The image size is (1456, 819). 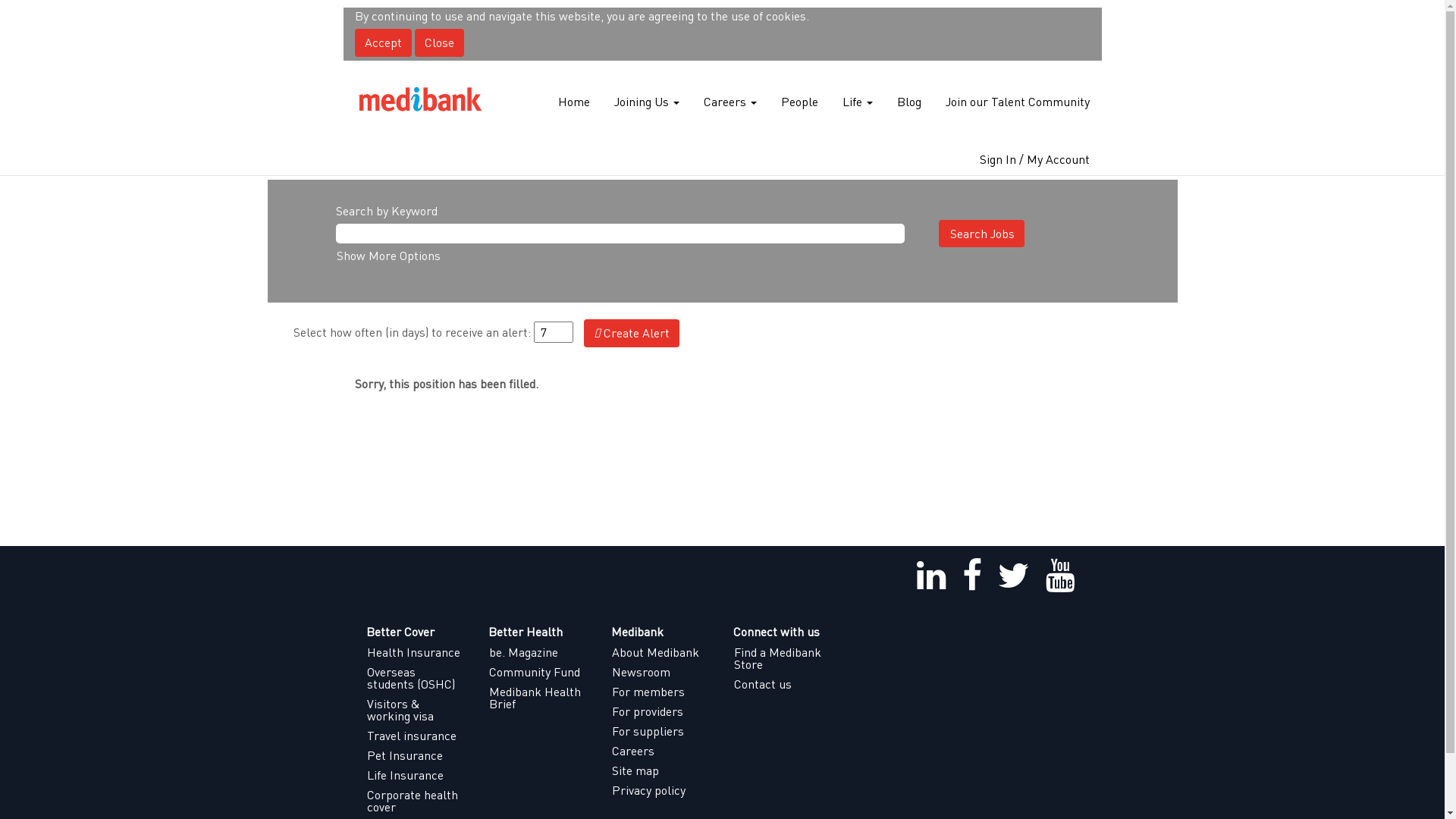 I want to click on 'Overseas students (OSHC)', so click(x=415, y=677).